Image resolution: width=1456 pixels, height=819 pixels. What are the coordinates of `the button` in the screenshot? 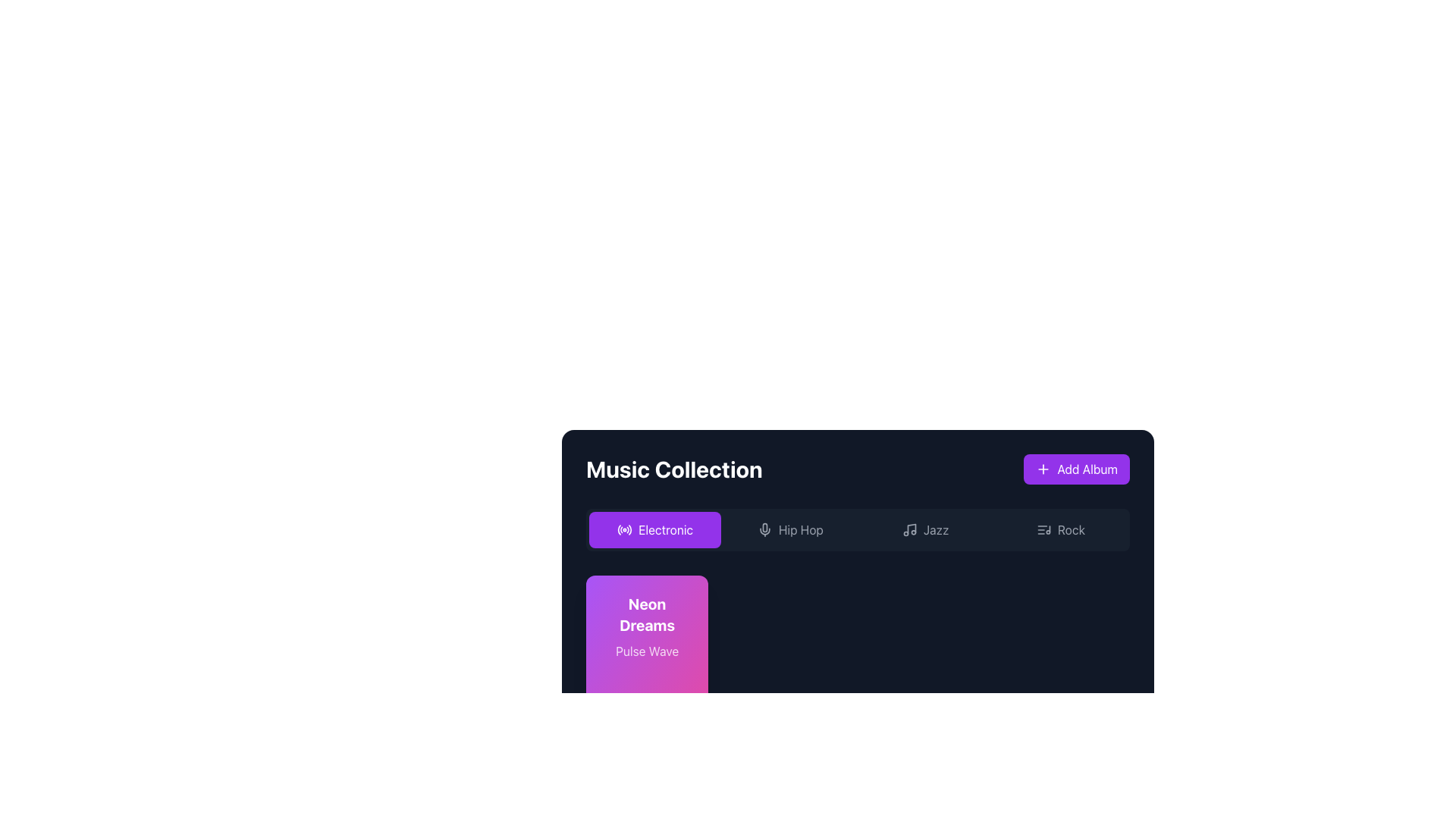 It's located at (789, 529).